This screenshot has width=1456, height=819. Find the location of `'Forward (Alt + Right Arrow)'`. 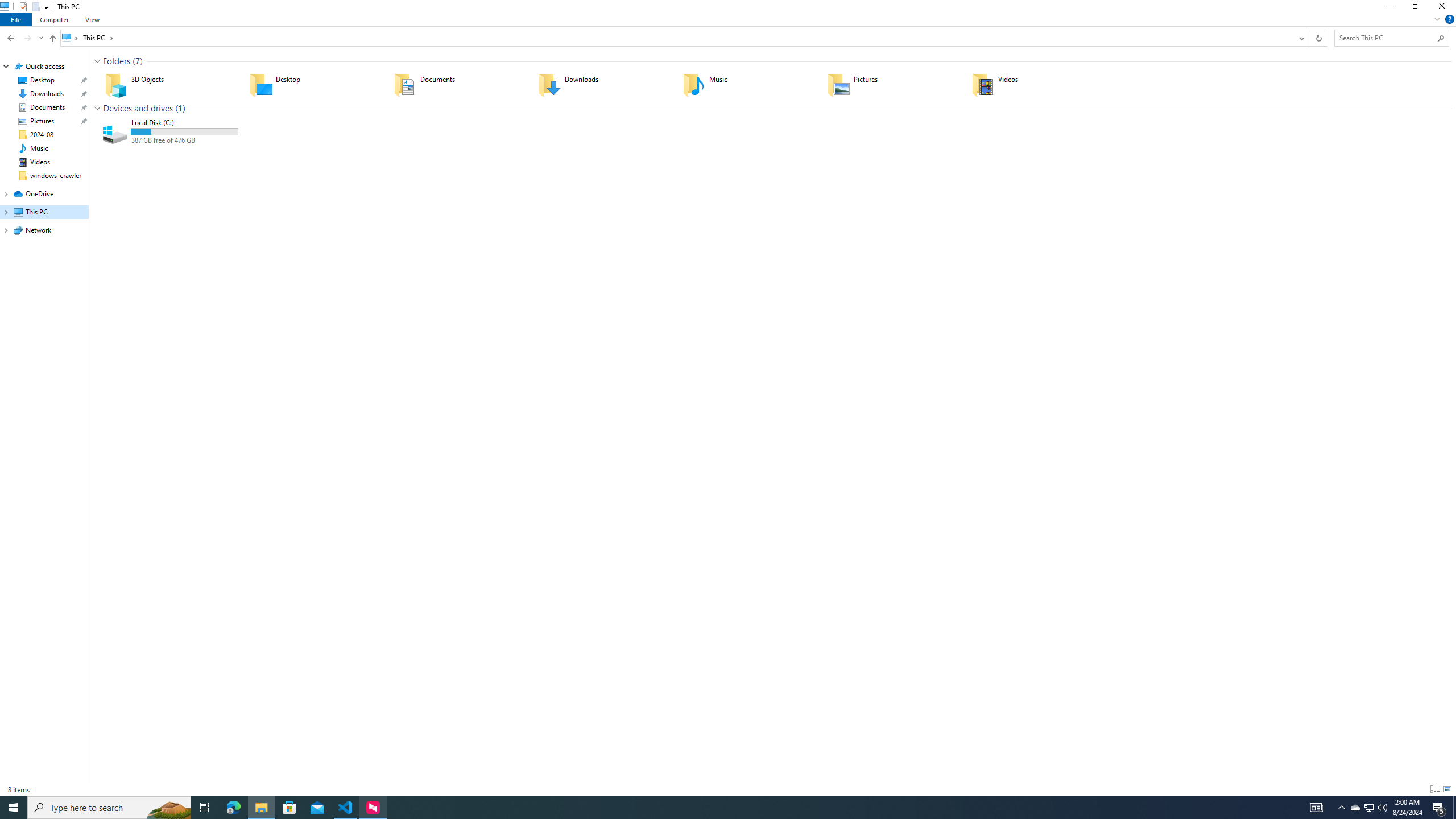

'Forward (Alt + Right Arrow)' is located at coordinates (27, 37).